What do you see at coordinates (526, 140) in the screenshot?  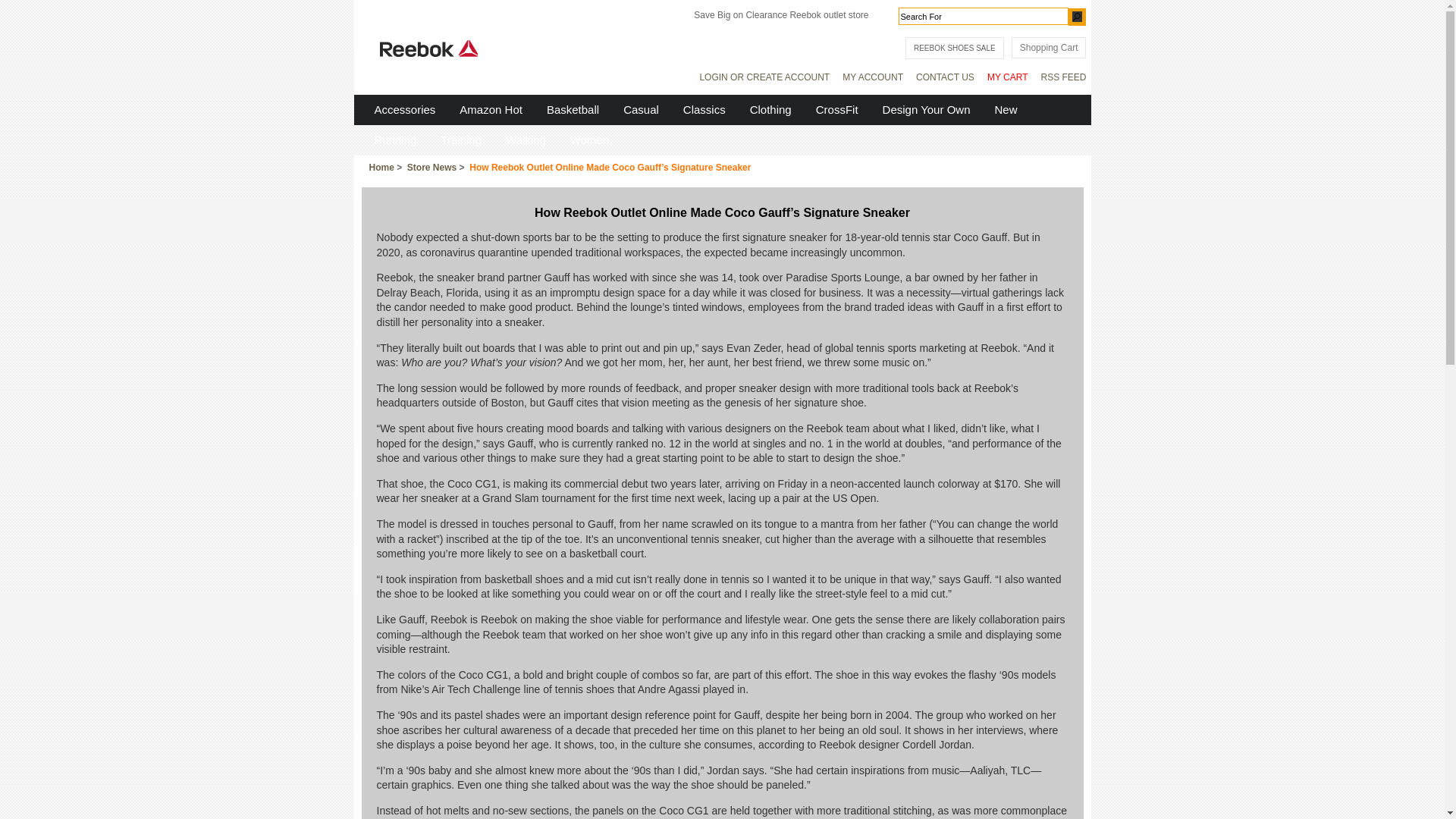 I see `'Walking'` at bounding box center [526, 140].